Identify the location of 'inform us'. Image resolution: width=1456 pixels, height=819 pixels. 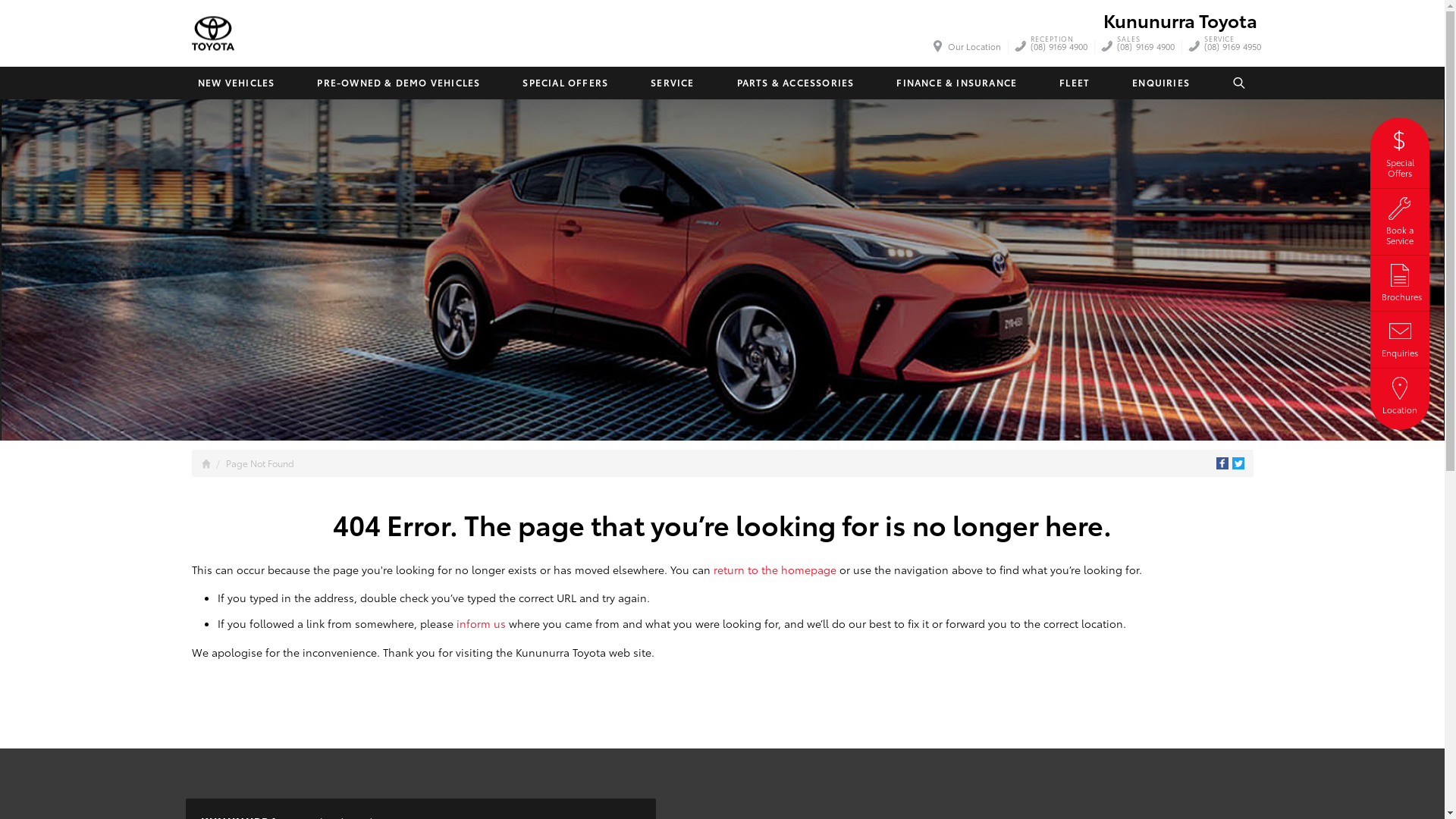
(480, 623).